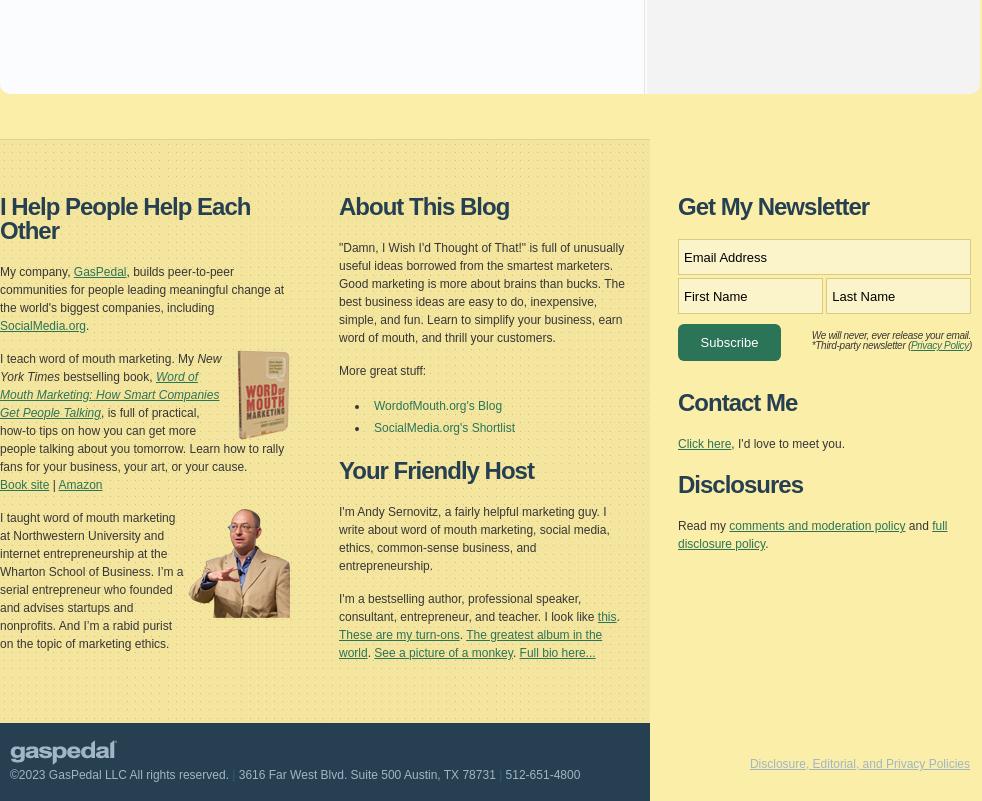  Describe the element at coordinates (817, 526) in the screenshot. I see `'comments and moderation policy'` at that location.